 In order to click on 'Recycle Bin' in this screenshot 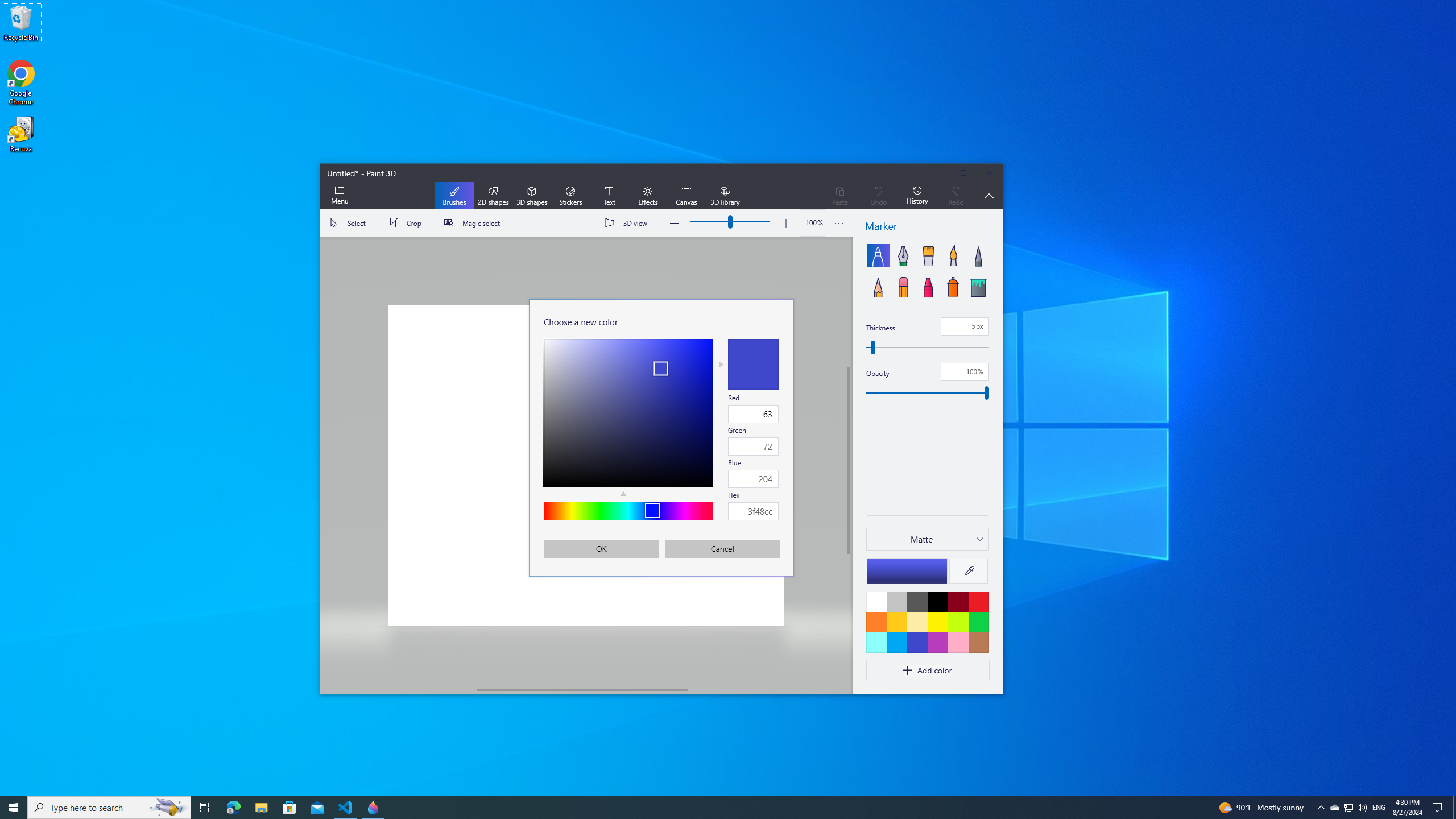, I will do `click(20, 22)`.